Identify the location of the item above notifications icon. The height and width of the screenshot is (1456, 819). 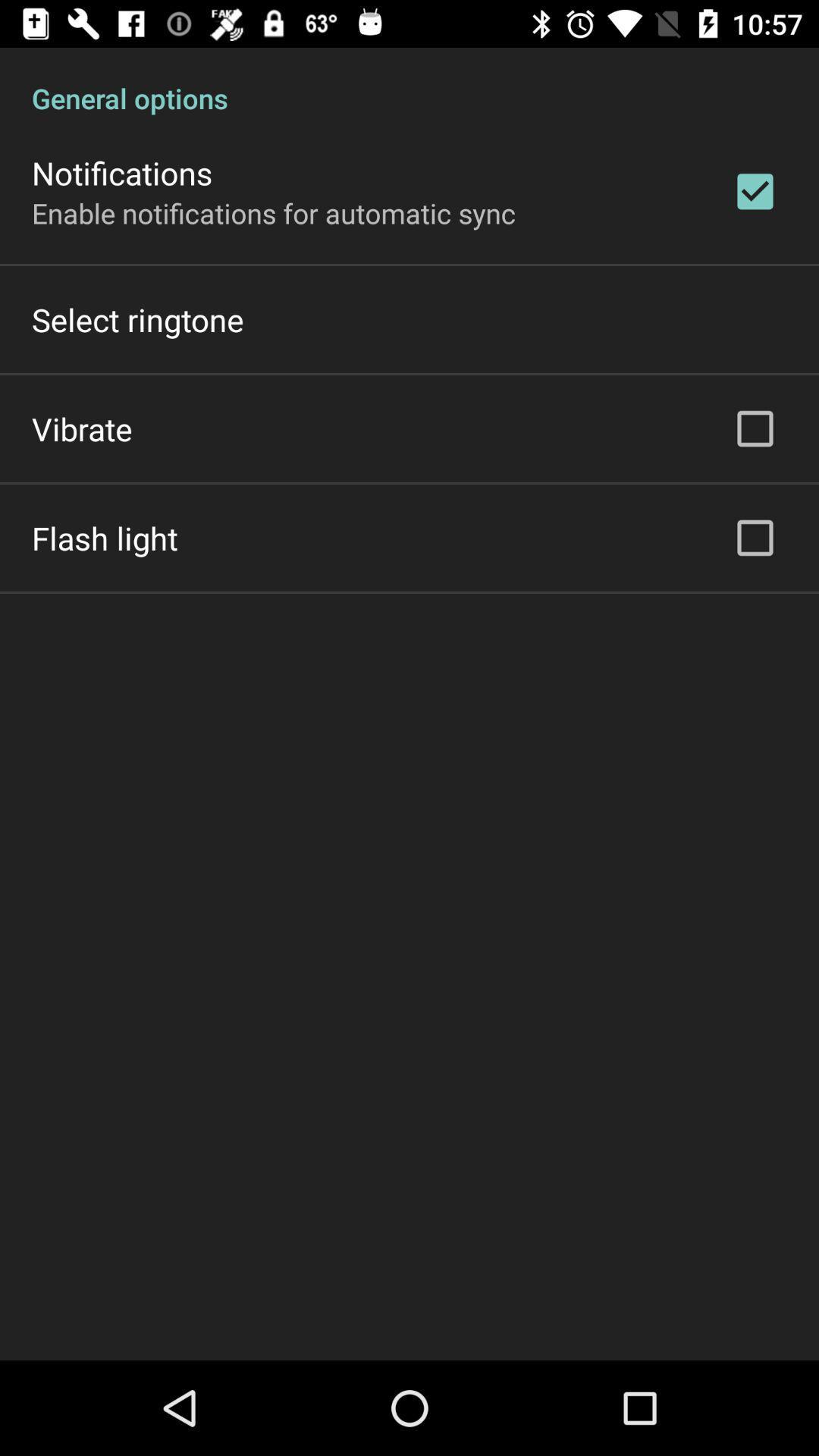
(409, 81).